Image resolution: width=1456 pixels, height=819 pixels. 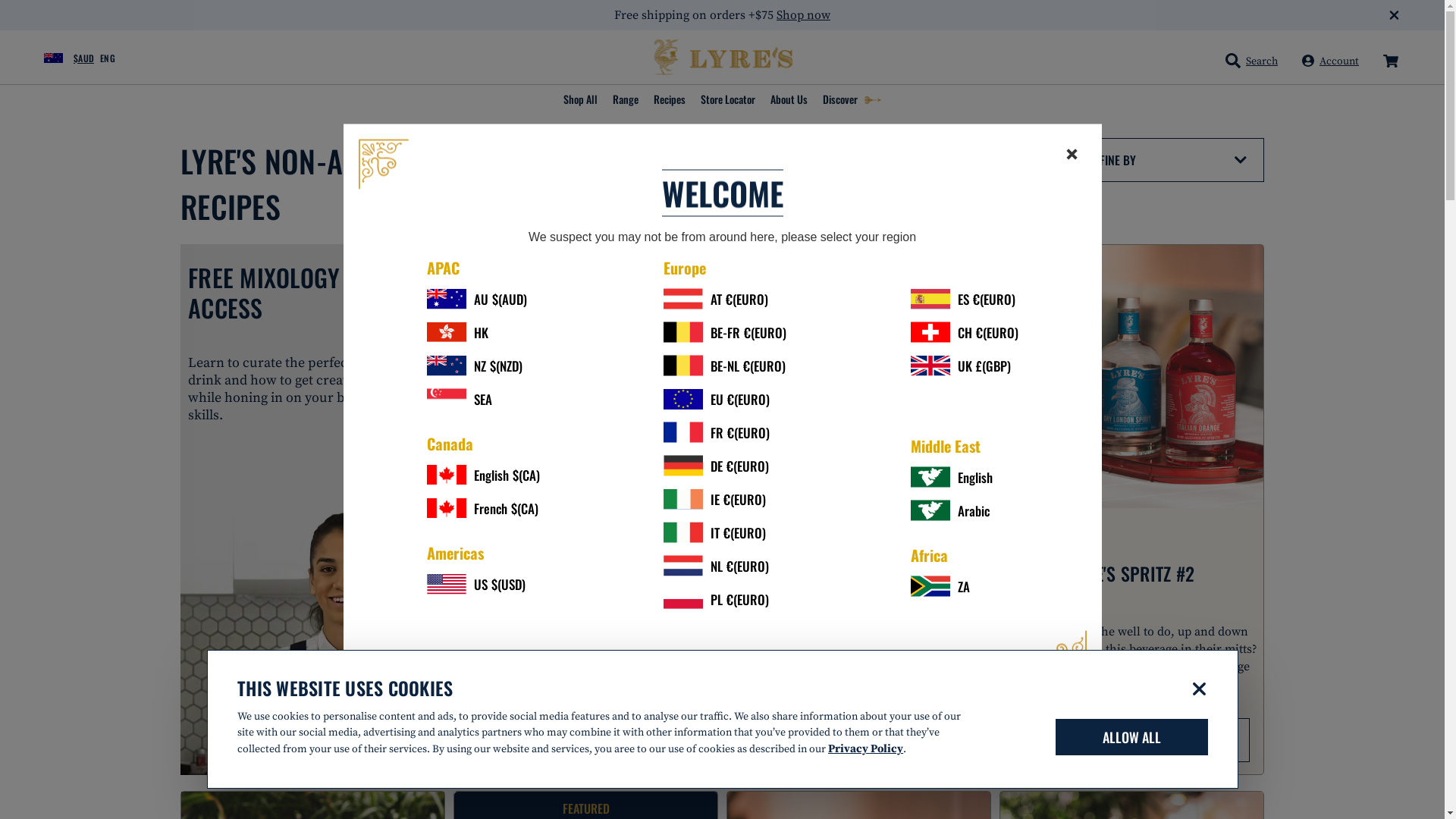 I want to click on 'HK', so click(x=482, y=331).